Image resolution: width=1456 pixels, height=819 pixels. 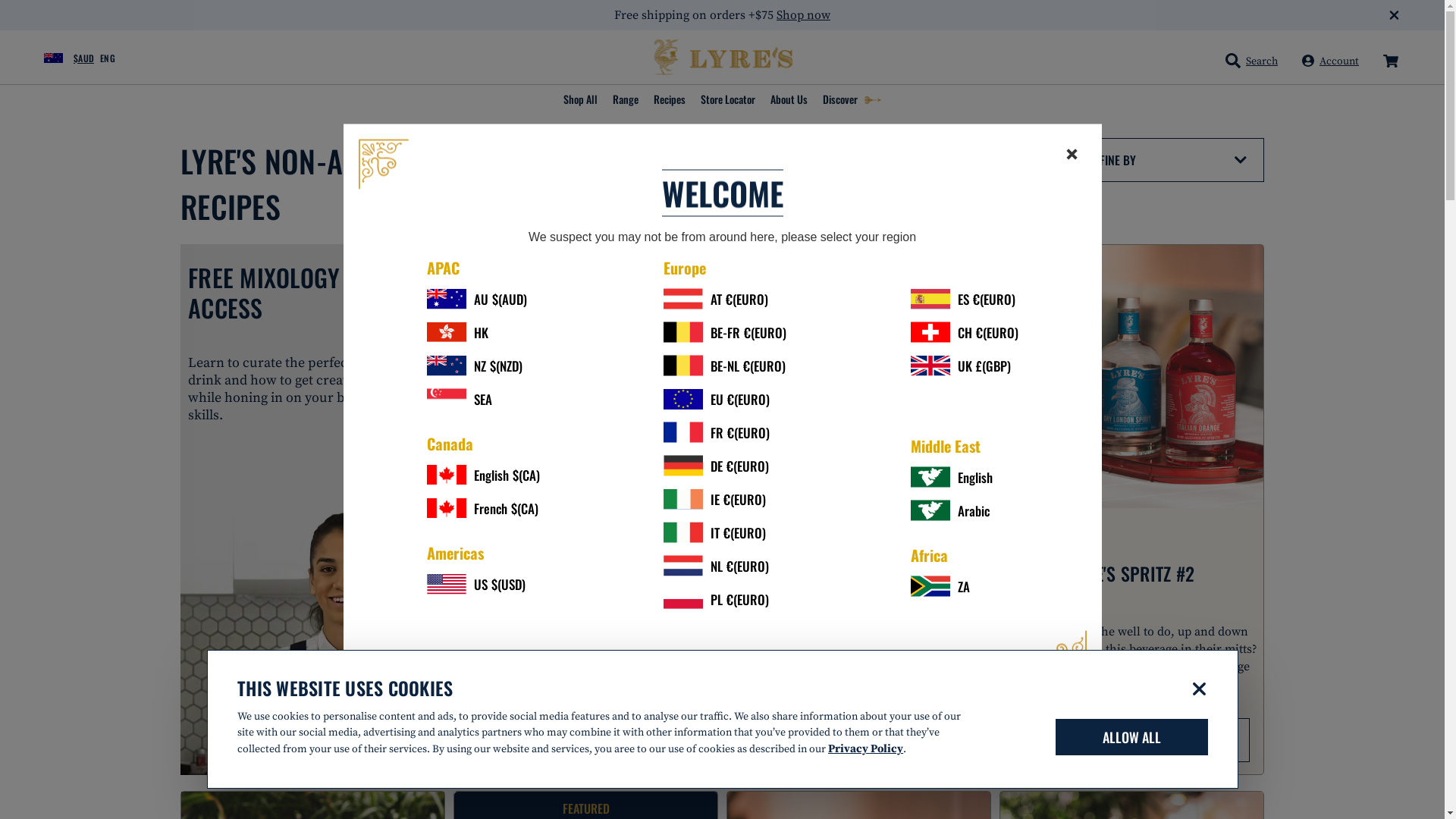 I want to click on 'HK', so click(x=482, y=331).